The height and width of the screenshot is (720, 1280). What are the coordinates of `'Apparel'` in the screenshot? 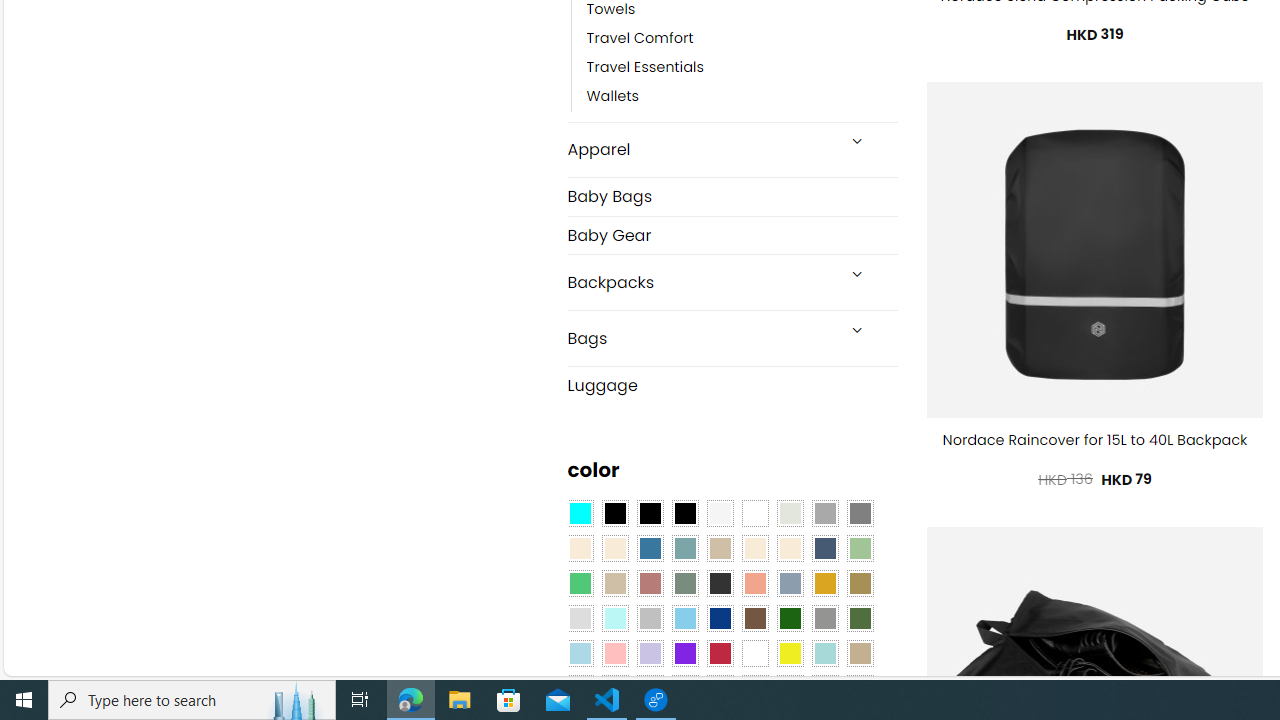 It's located at (700, 149).